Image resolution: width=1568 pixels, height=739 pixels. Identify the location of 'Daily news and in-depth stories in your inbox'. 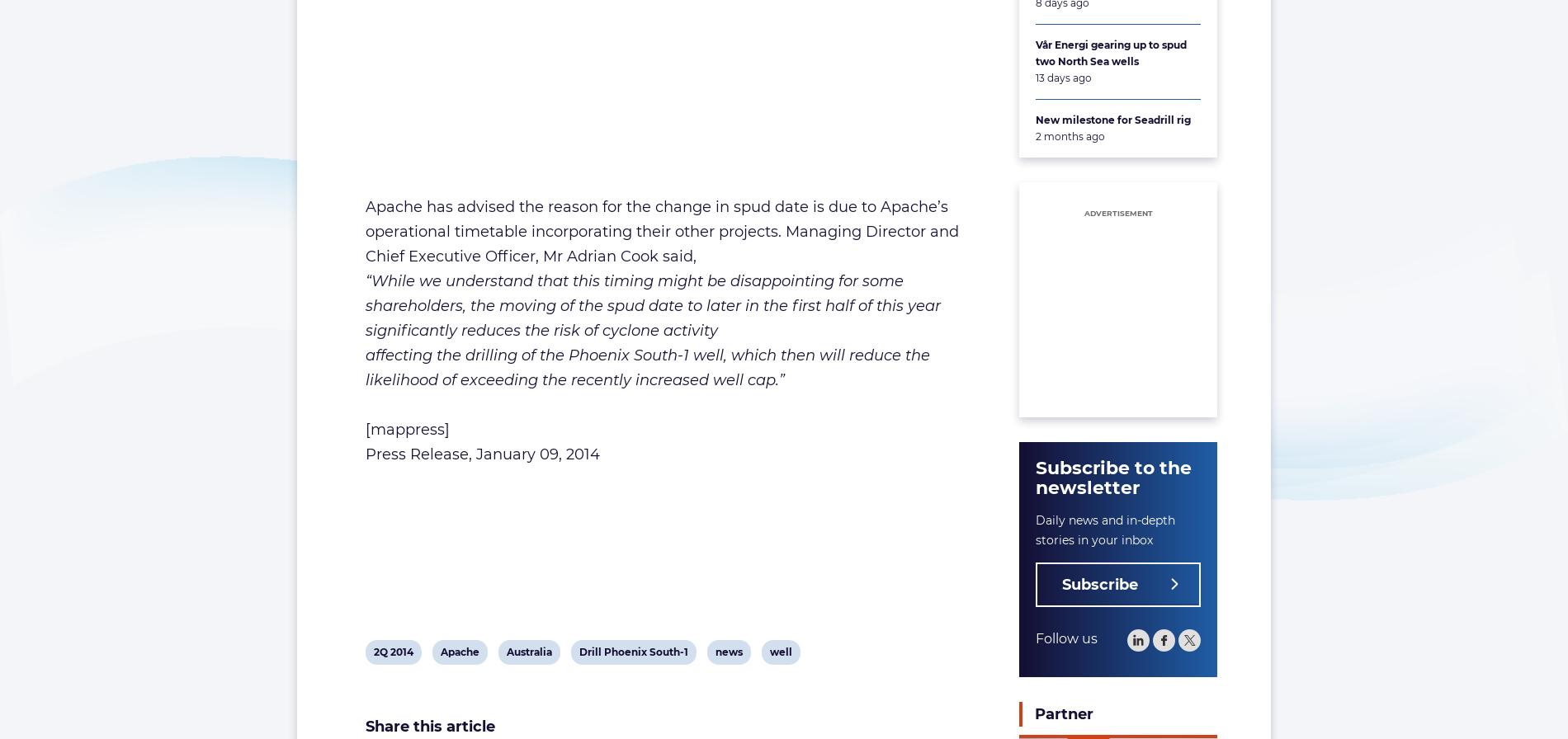
(1034, 530).